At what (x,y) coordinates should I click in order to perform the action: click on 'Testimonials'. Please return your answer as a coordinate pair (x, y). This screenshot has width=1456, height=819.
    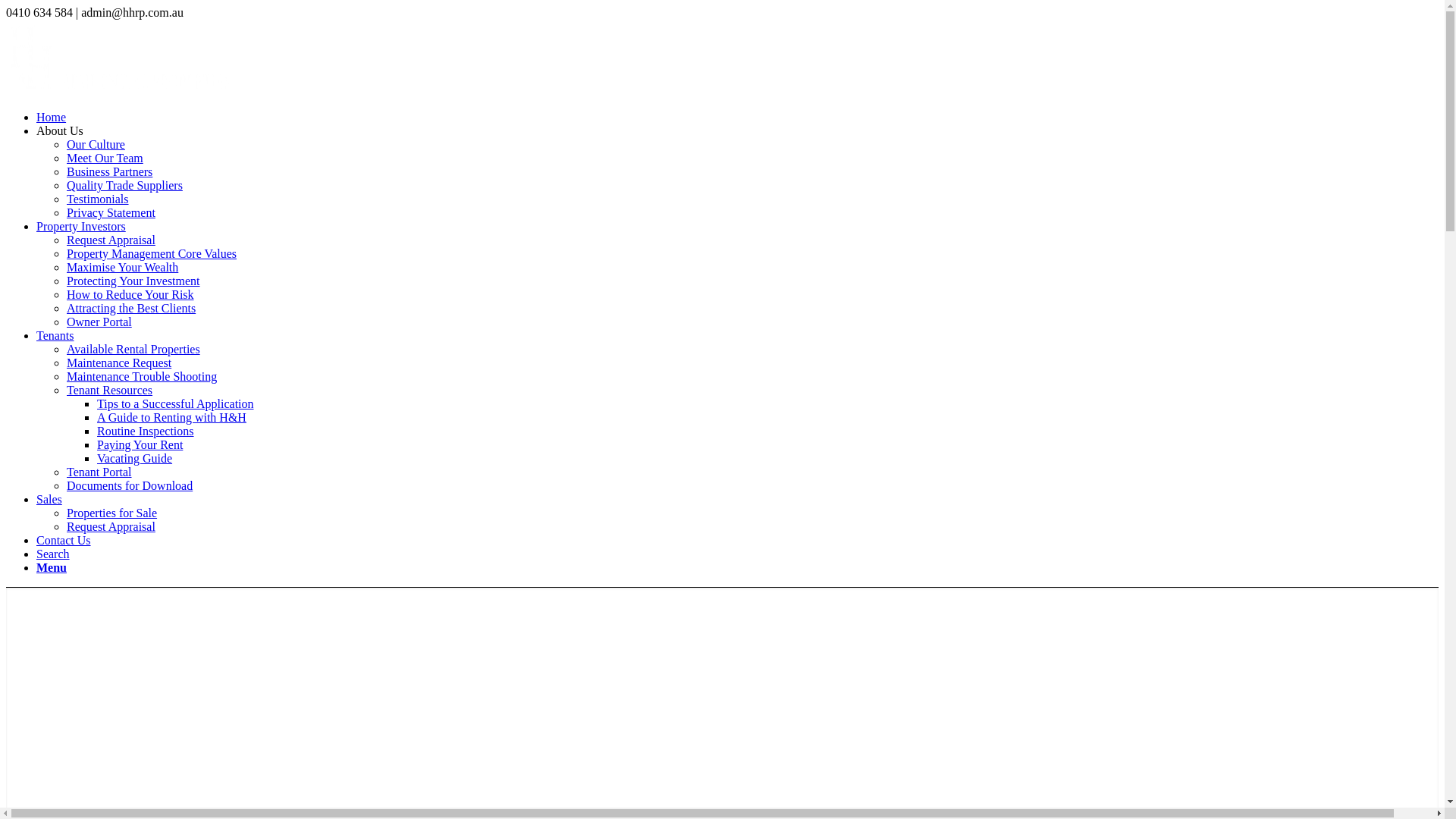
    Looking at the image, I should click on (65, 198).